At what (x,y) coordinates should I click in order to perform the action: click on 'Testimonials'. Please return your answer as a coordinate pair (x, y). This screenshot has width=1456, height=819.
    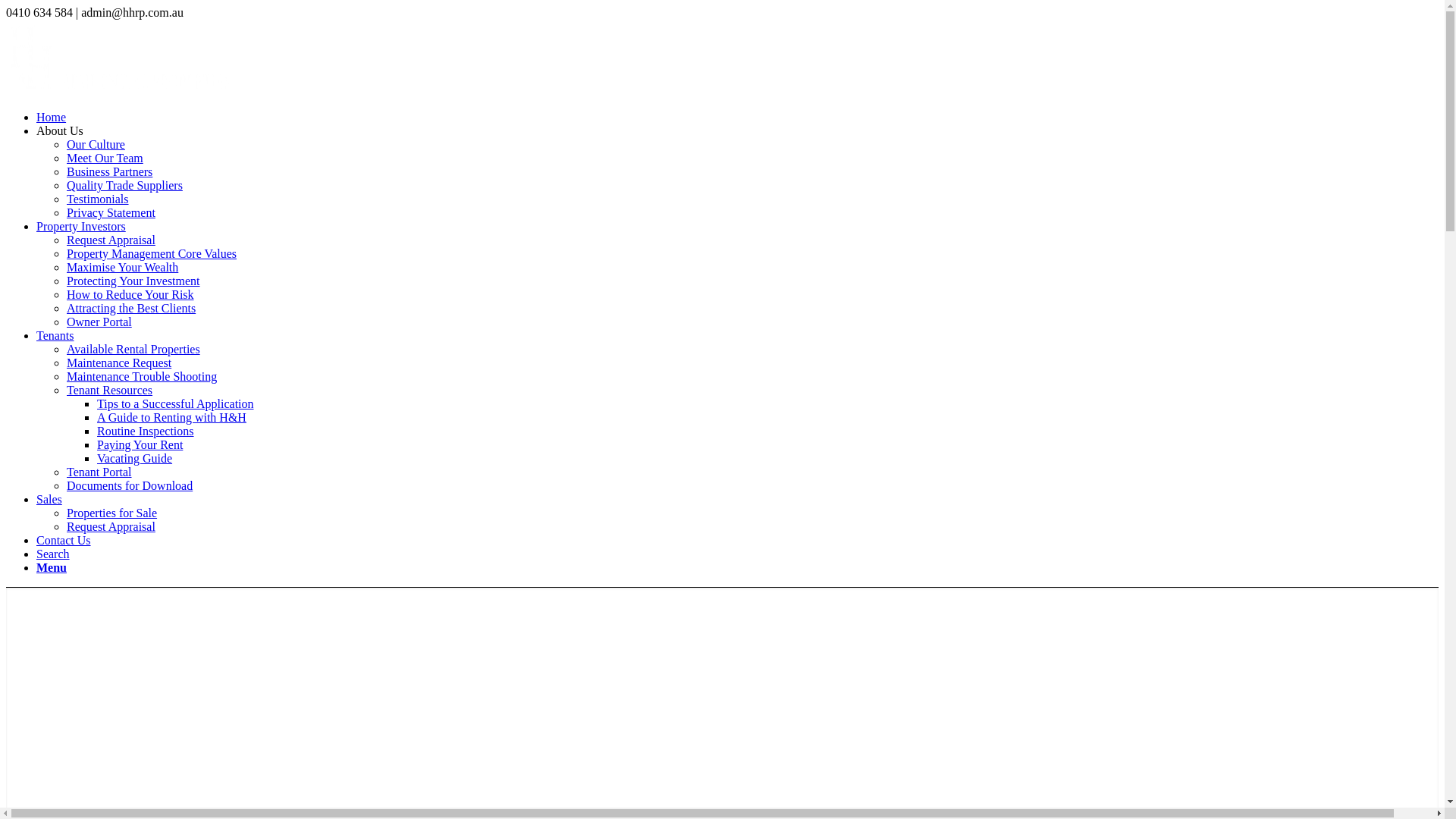
    Looking at the image, I should click on (65, 198).